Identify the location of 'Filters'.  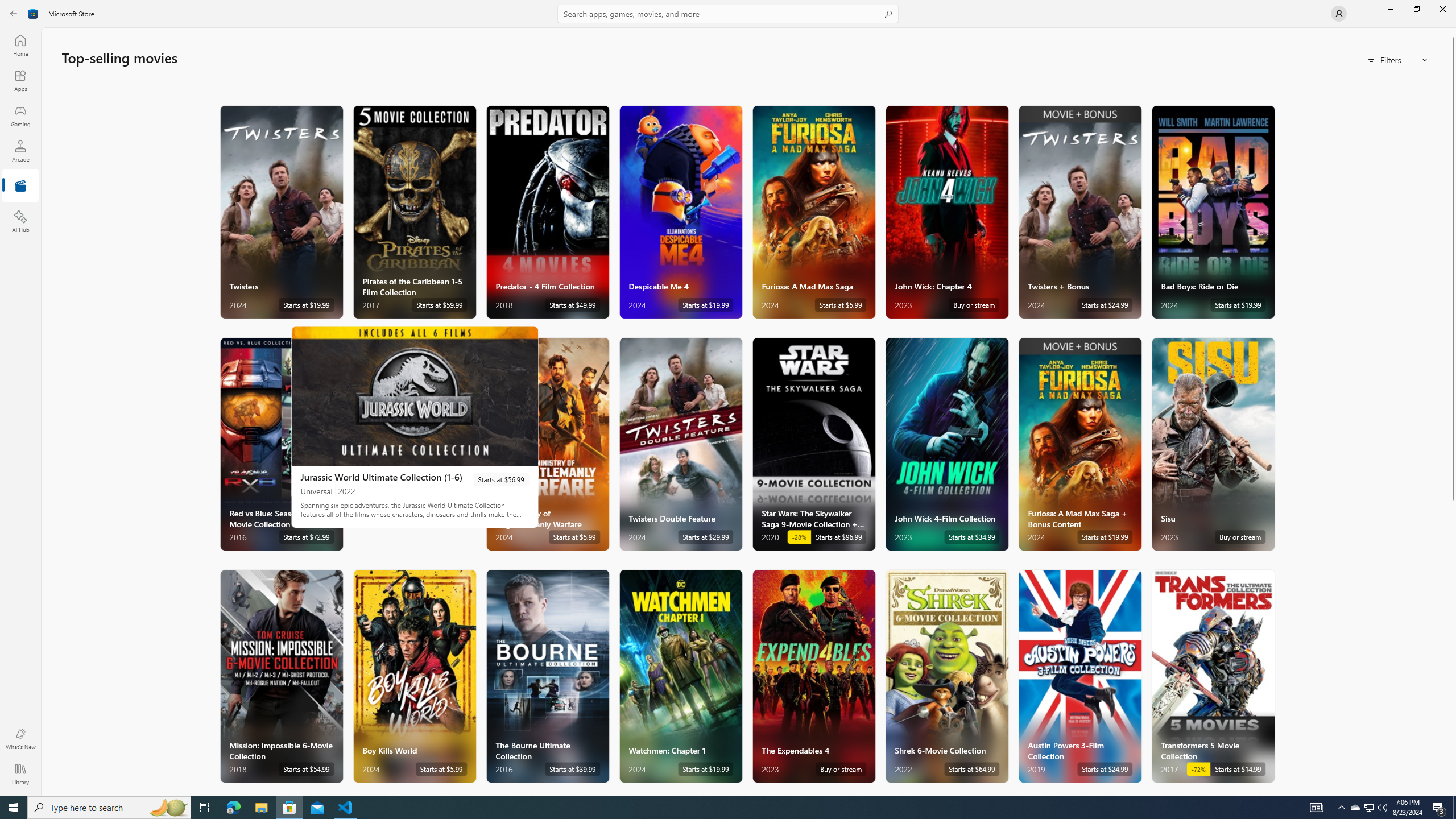
(1397, 59).